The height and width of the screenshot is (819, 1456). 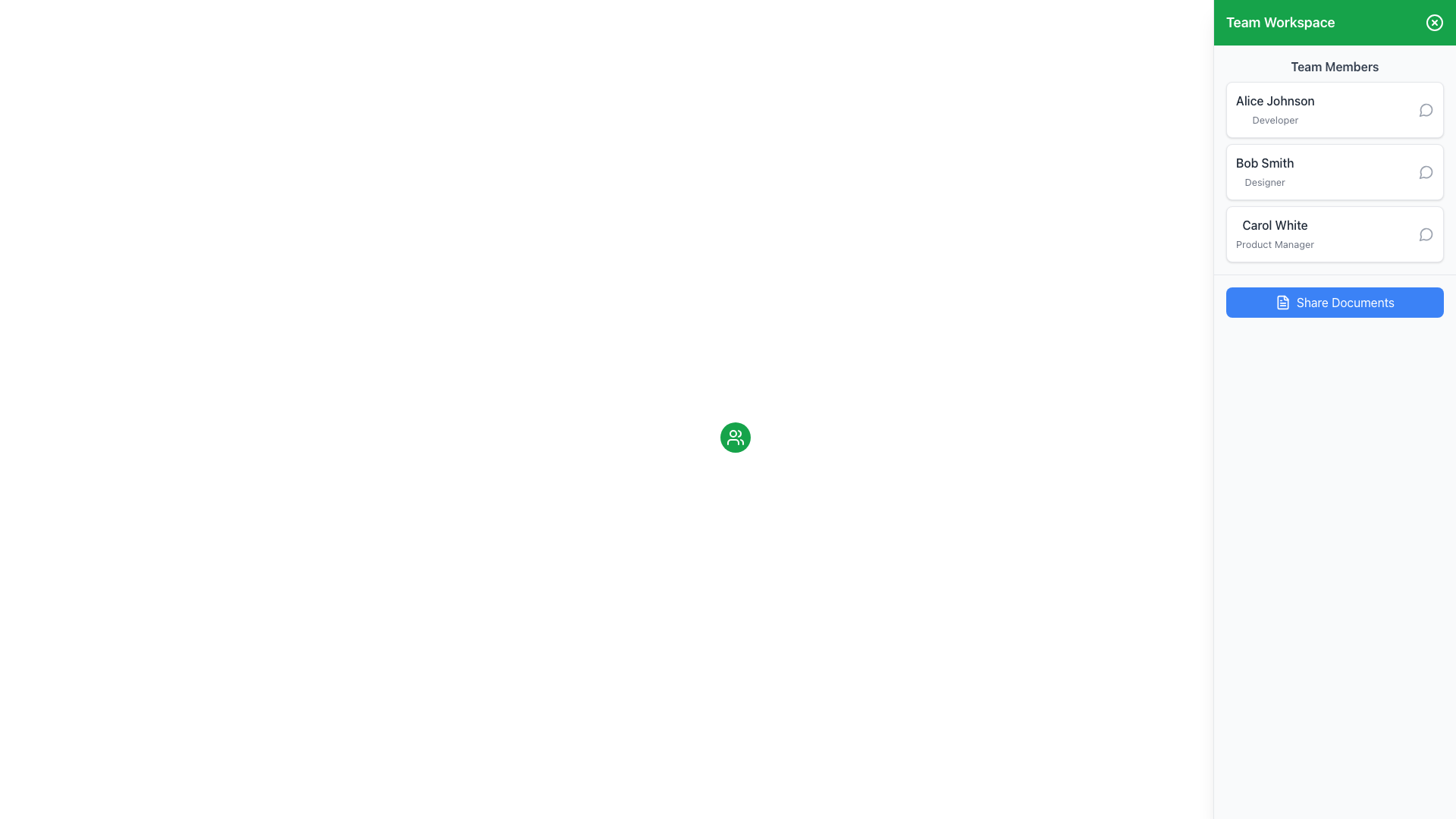 I want to click on the speech bubble icon for messaging associated with Alice Johnson in the Team Members section, so click(x=1426, y=109).